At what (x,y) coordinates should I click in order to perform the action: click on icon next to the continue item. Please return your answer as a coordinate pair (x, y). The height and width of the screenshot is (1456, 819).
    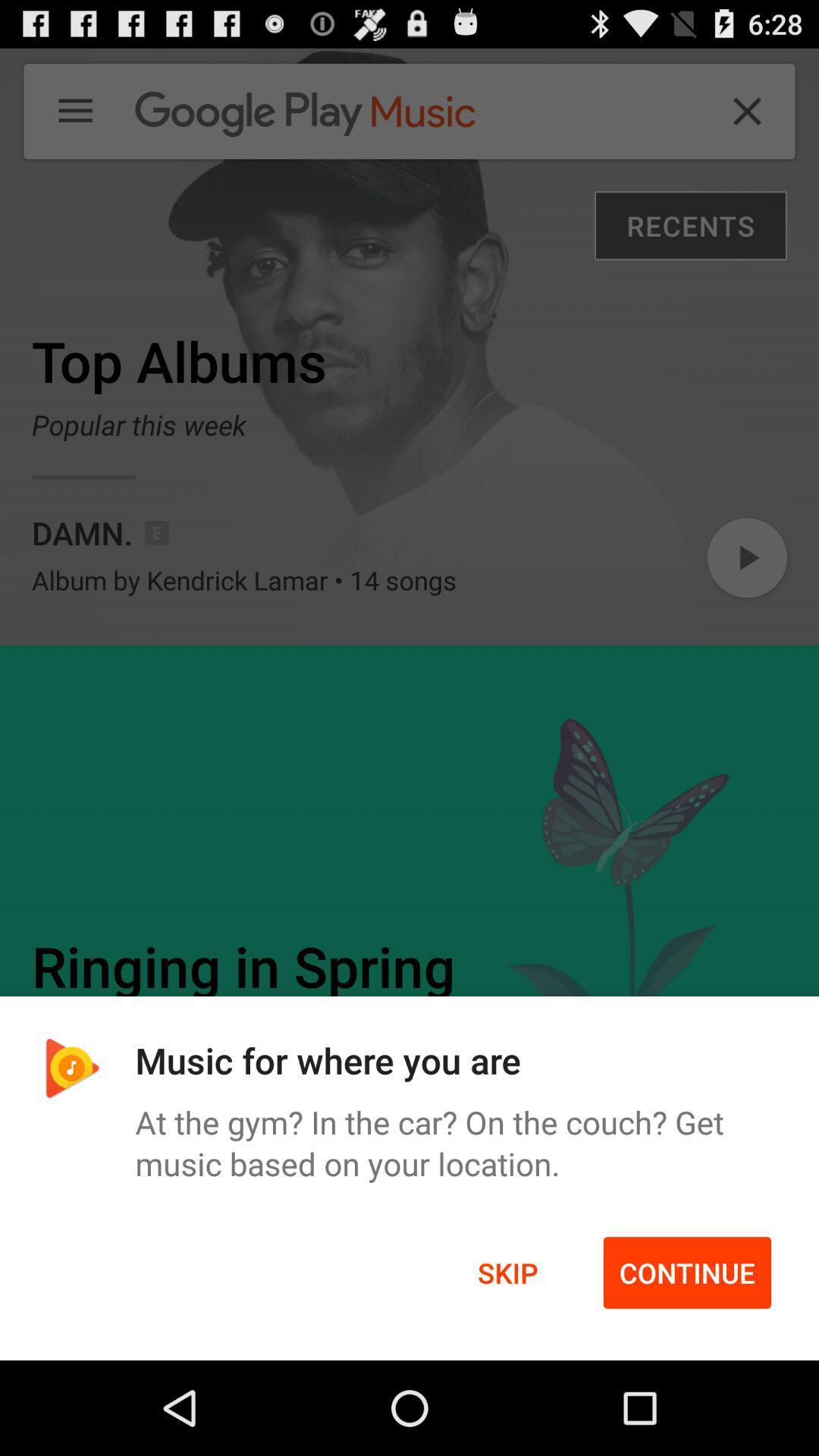
    Looking at the image, I should click on (507, 1272).